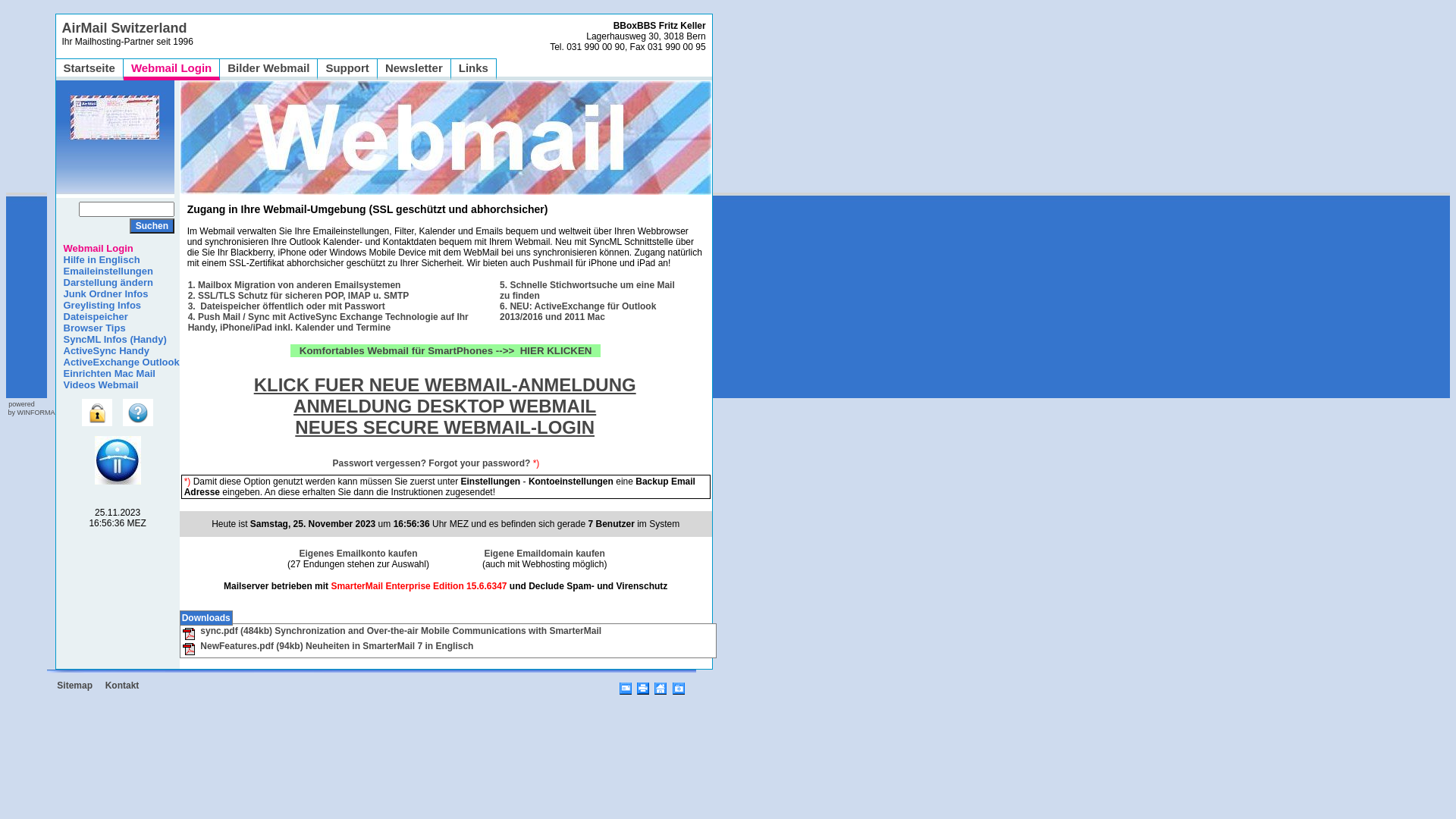 The width and height of the screenshot is (1456, 819). What do you see at coordinates (101, 293) in the screenshot?
I see `'Junk Ordner Infos'` at bounding box center [101, 293].